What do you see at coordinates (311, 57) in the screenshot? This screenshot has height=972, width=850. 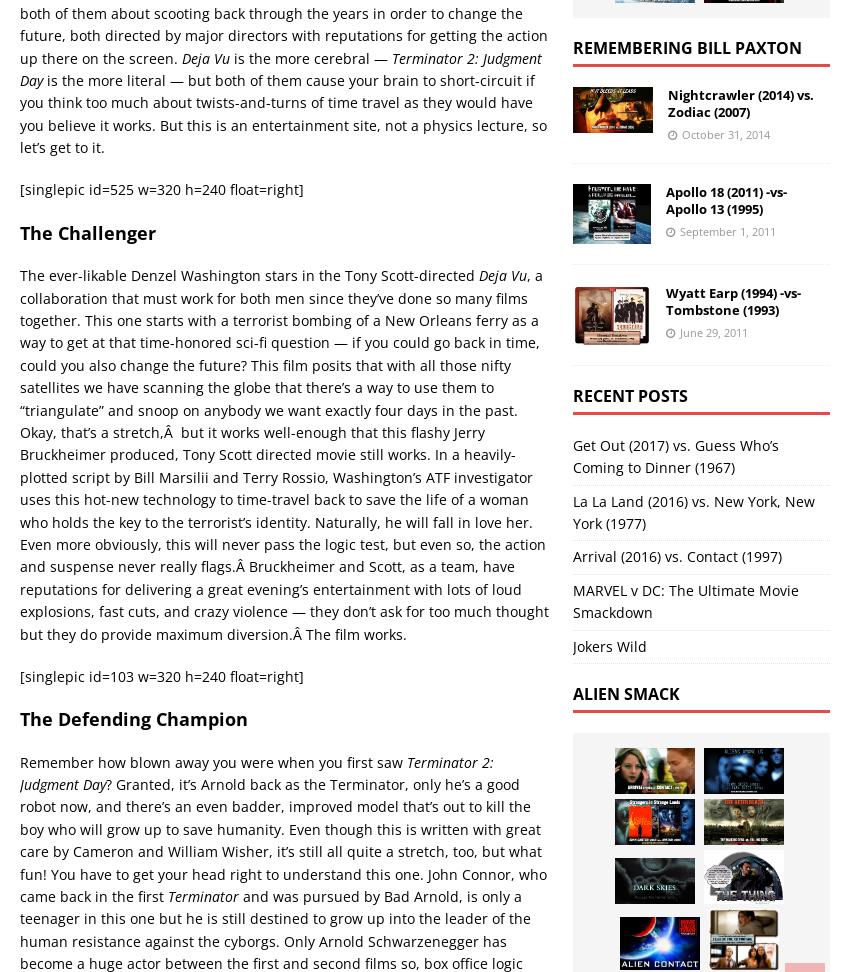 I see `'is the more cerebral —'` at bounding box center [311, 57].